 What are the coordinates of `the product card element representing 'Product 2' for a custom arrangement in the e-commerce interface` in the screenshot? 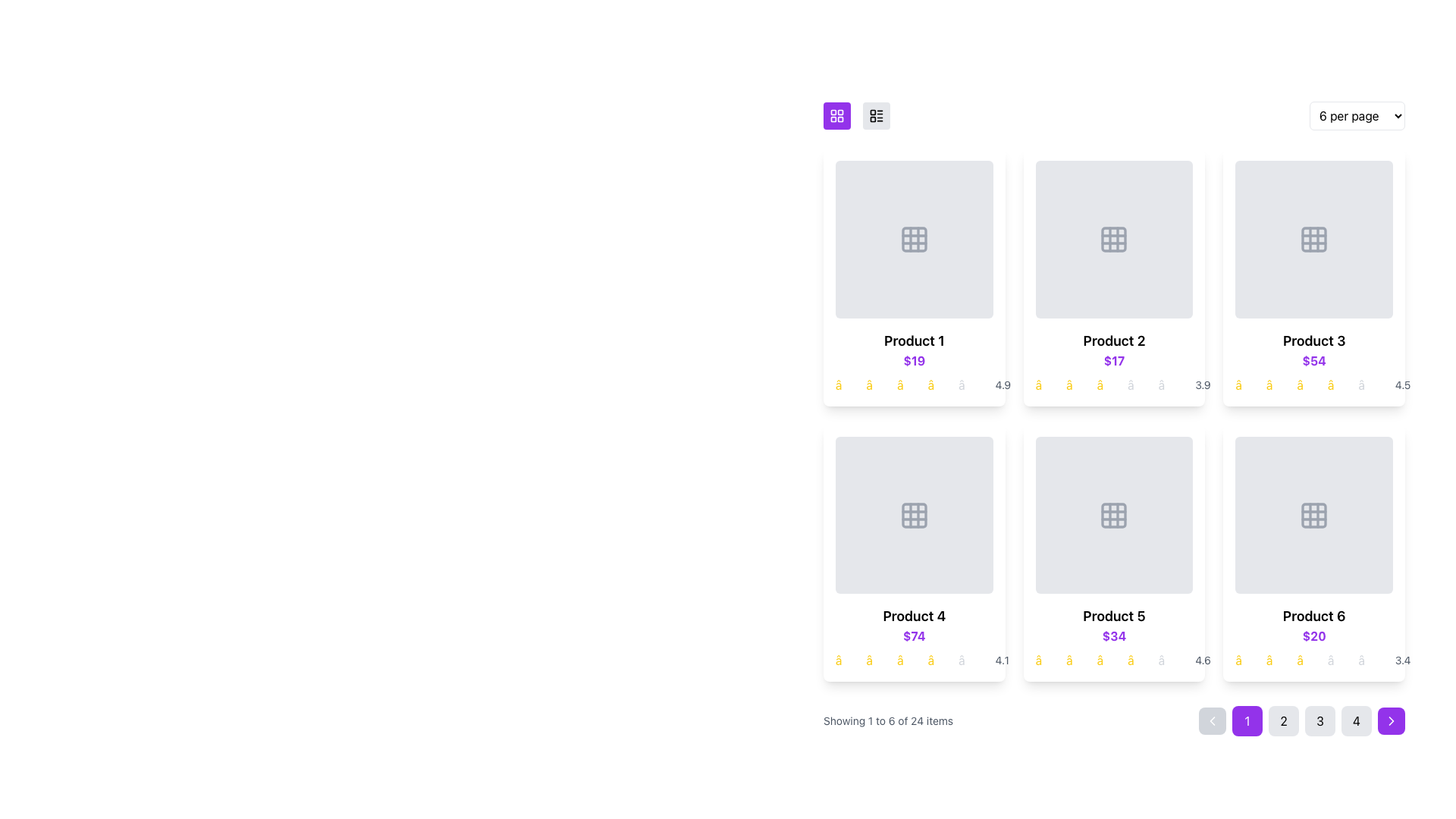 It's located at (1114, 277).